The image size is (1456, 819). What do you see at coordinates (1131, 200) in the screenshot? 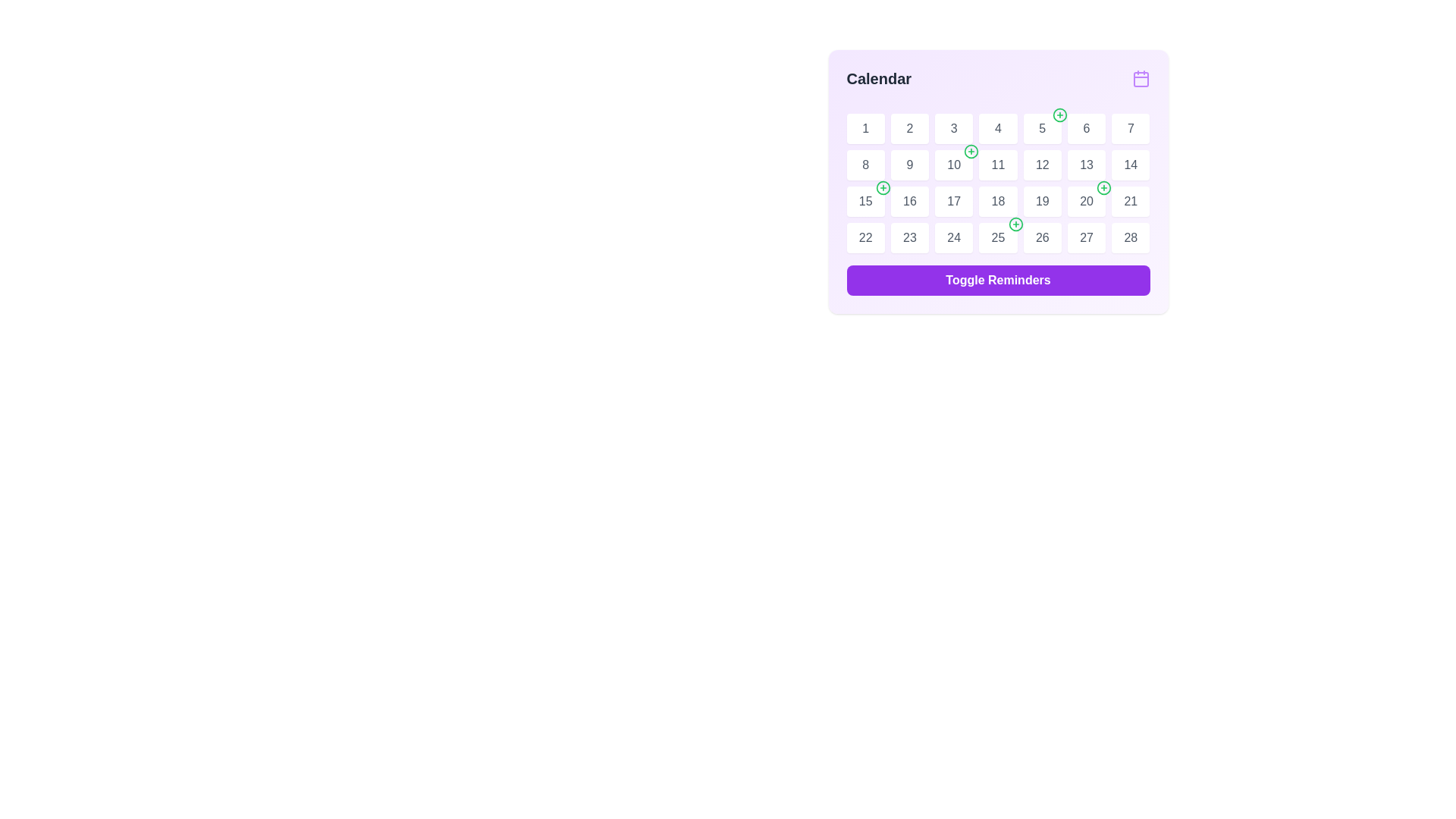
I see `the text display element showing the number '21' in light gray, located in the third row and third column of the calendar grid in the top right of the interface` at bounding box center [1131, 200].